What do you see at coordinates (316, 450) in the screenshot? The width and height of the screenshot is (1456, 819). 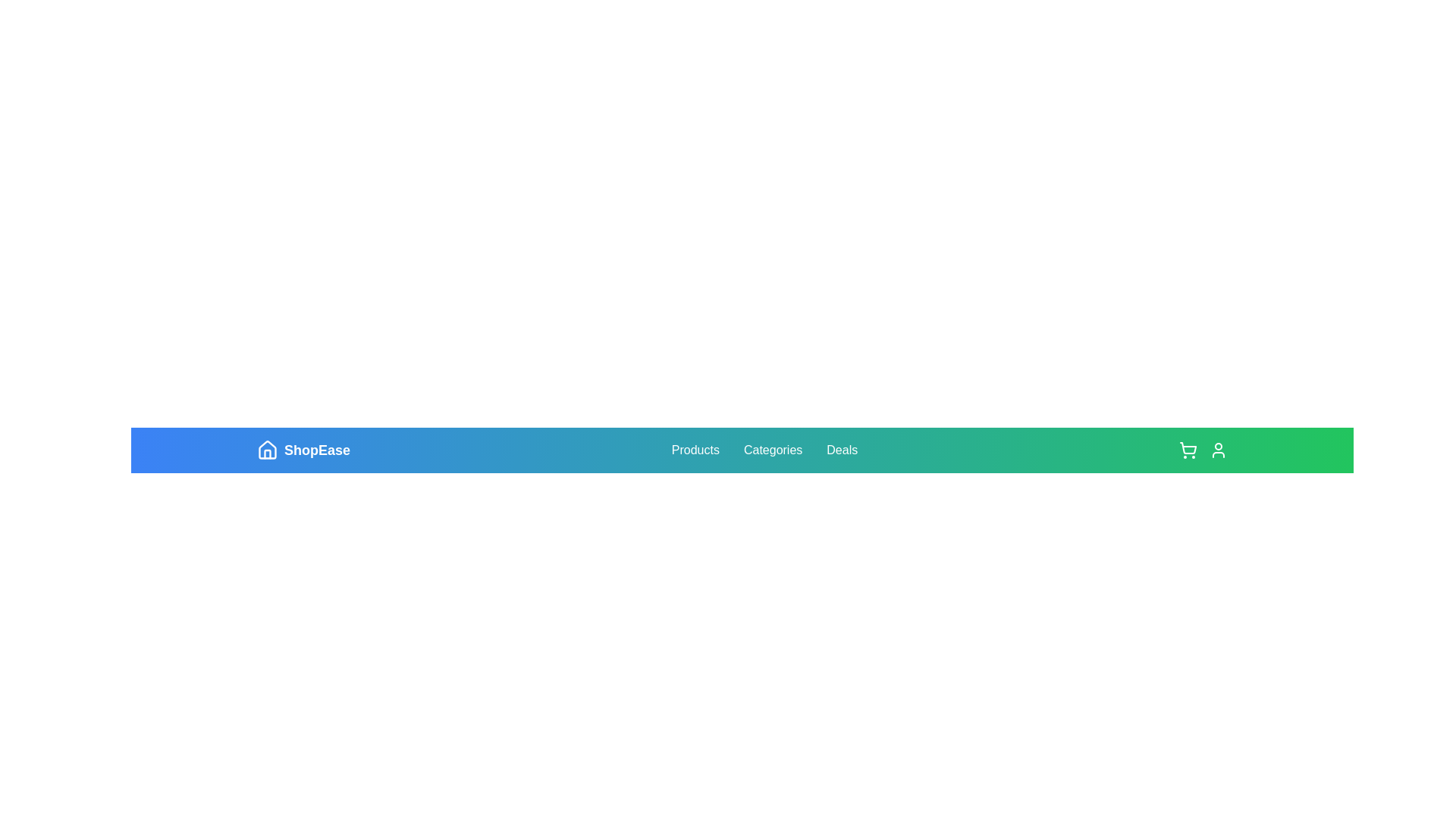 I see `the 'ShopEase' text label in the navigation bar, which has a blue background and is positioned next to a house icon` at bounding box center [316, 450].